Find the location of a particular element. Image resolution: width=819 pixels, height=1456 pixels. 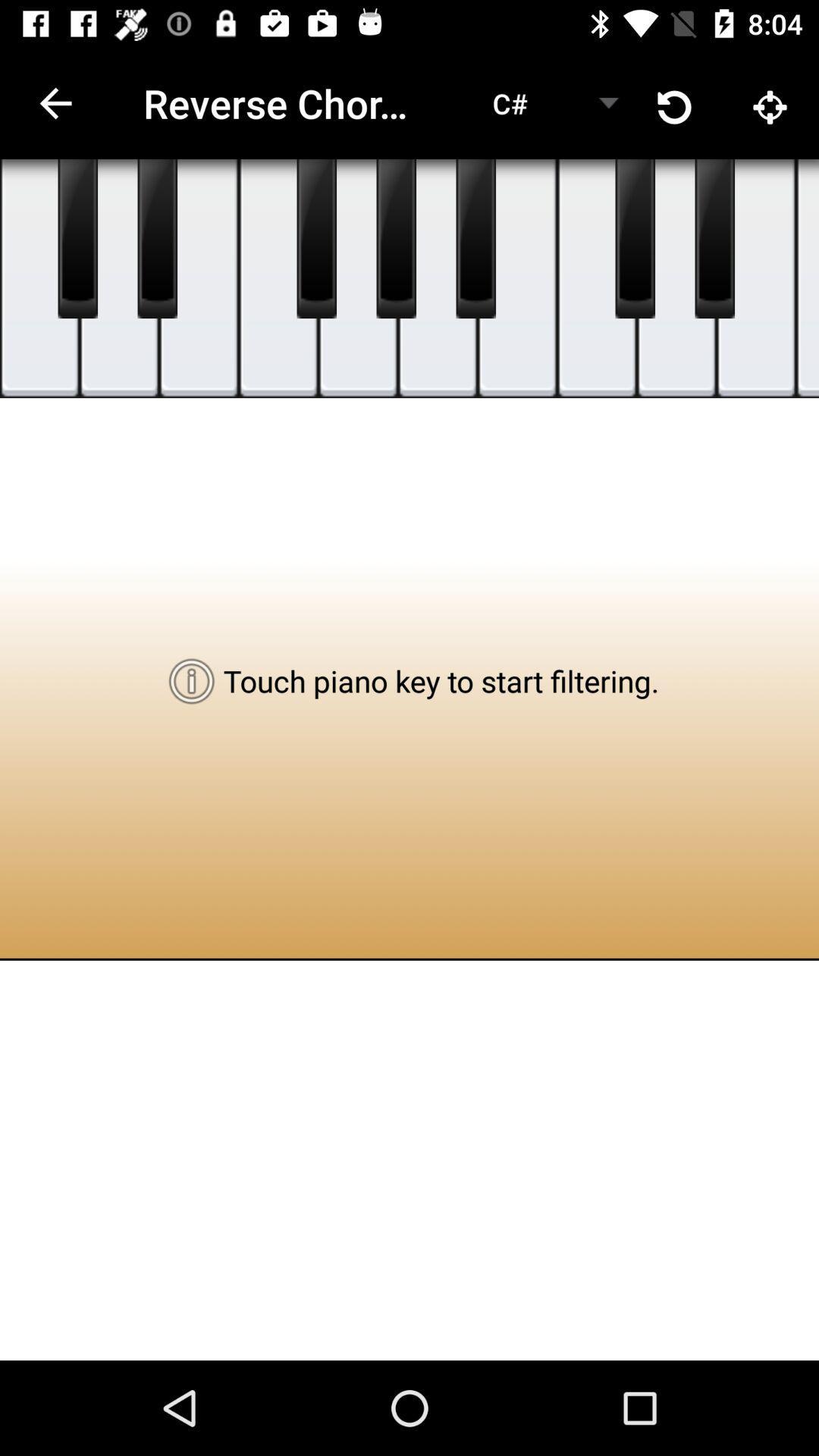

the second white bar in key board image is located at coordinates (118, 278).